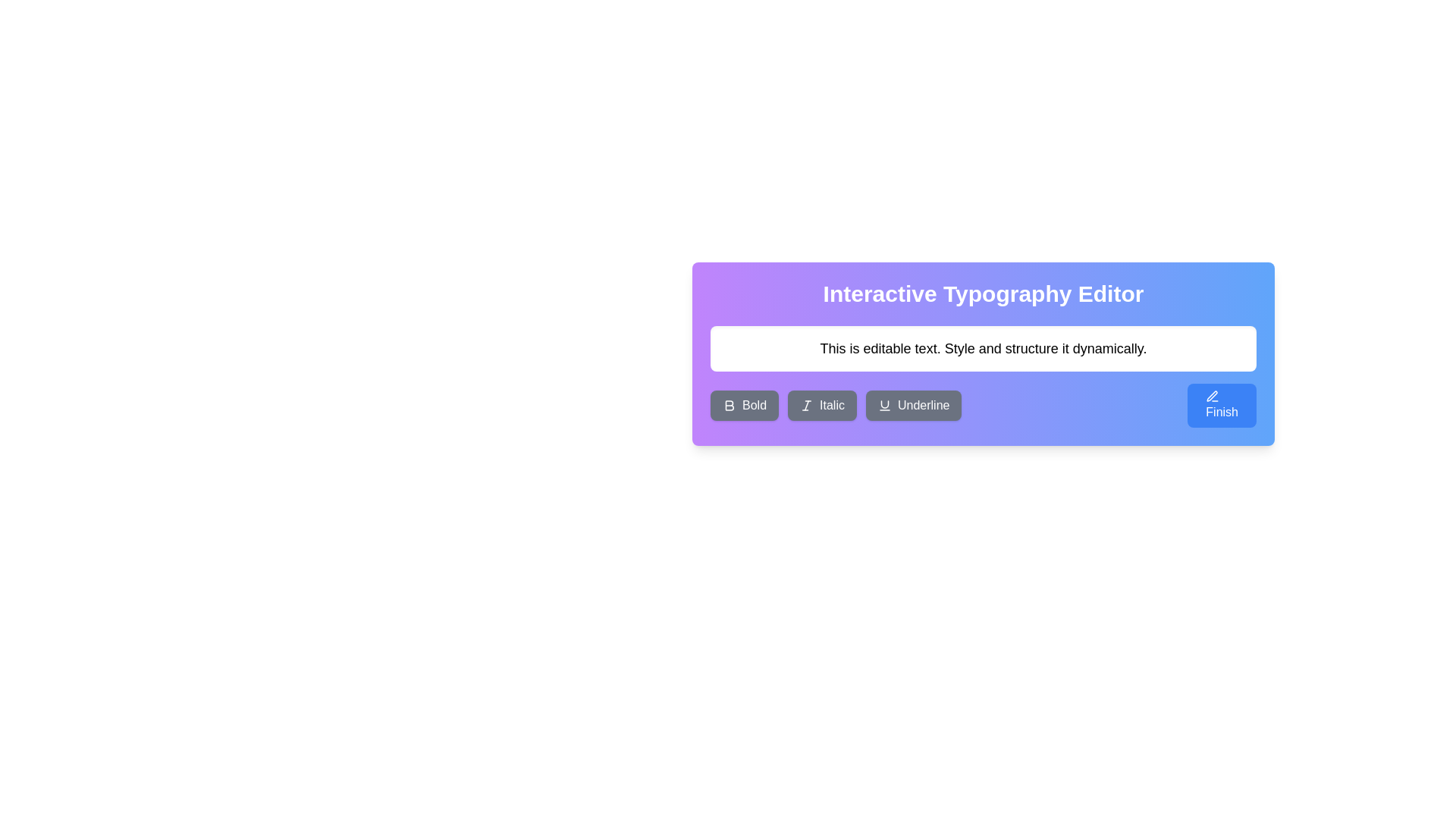 The height and width of the screenshot is (819, 1456). Describe the element at coordinates (835, 405) in the screenshot. I see `the 'Italic' button, which is the second button in a horizontal sequence of three buttons labeled 'Bold,' 'Italic,' and 'Underline', located below the text input field to apply italic styling to the selected text` at that location.